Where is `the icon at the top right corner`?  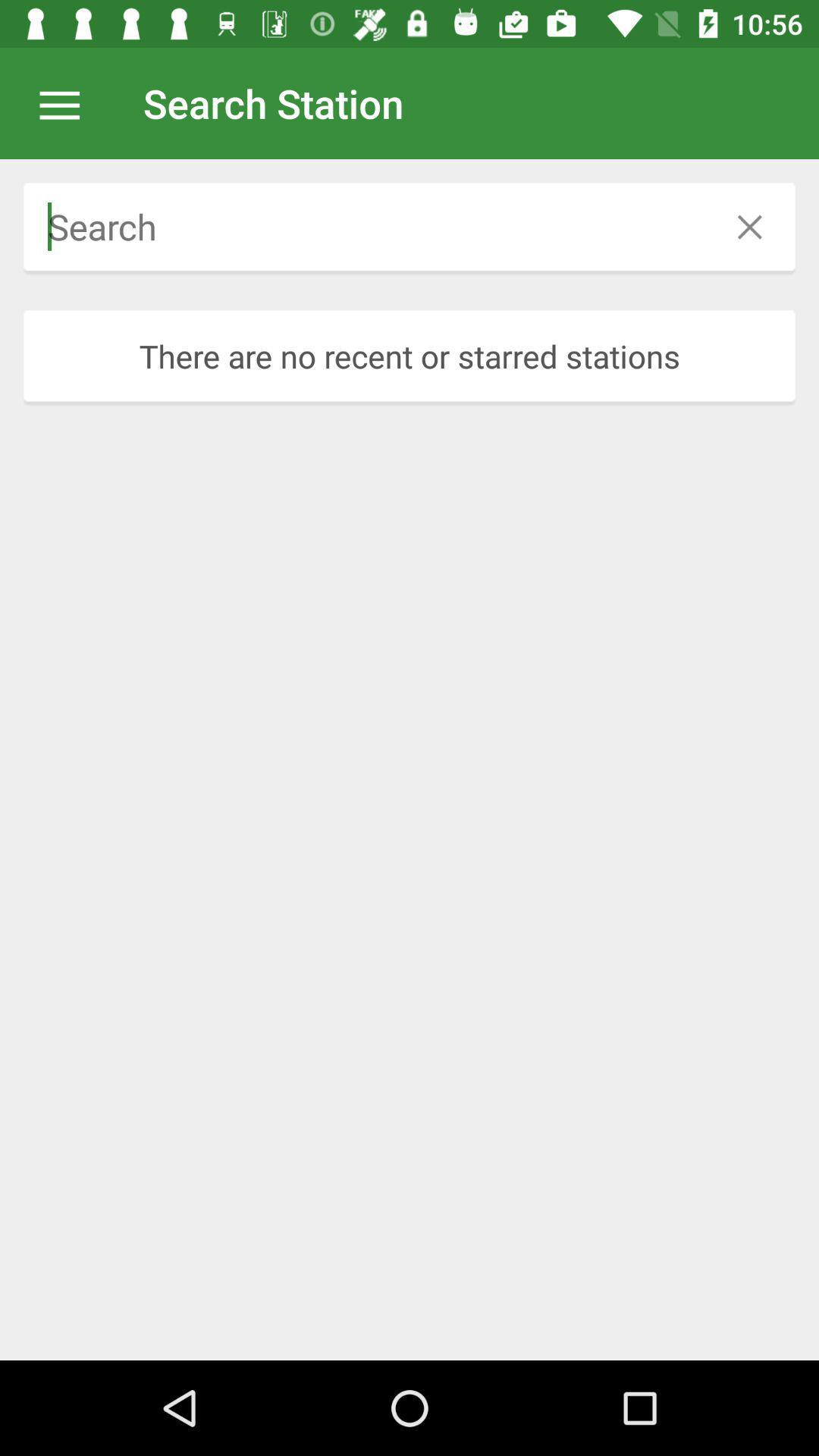
the icon at the top right corner is located at coordinates (748, 226).